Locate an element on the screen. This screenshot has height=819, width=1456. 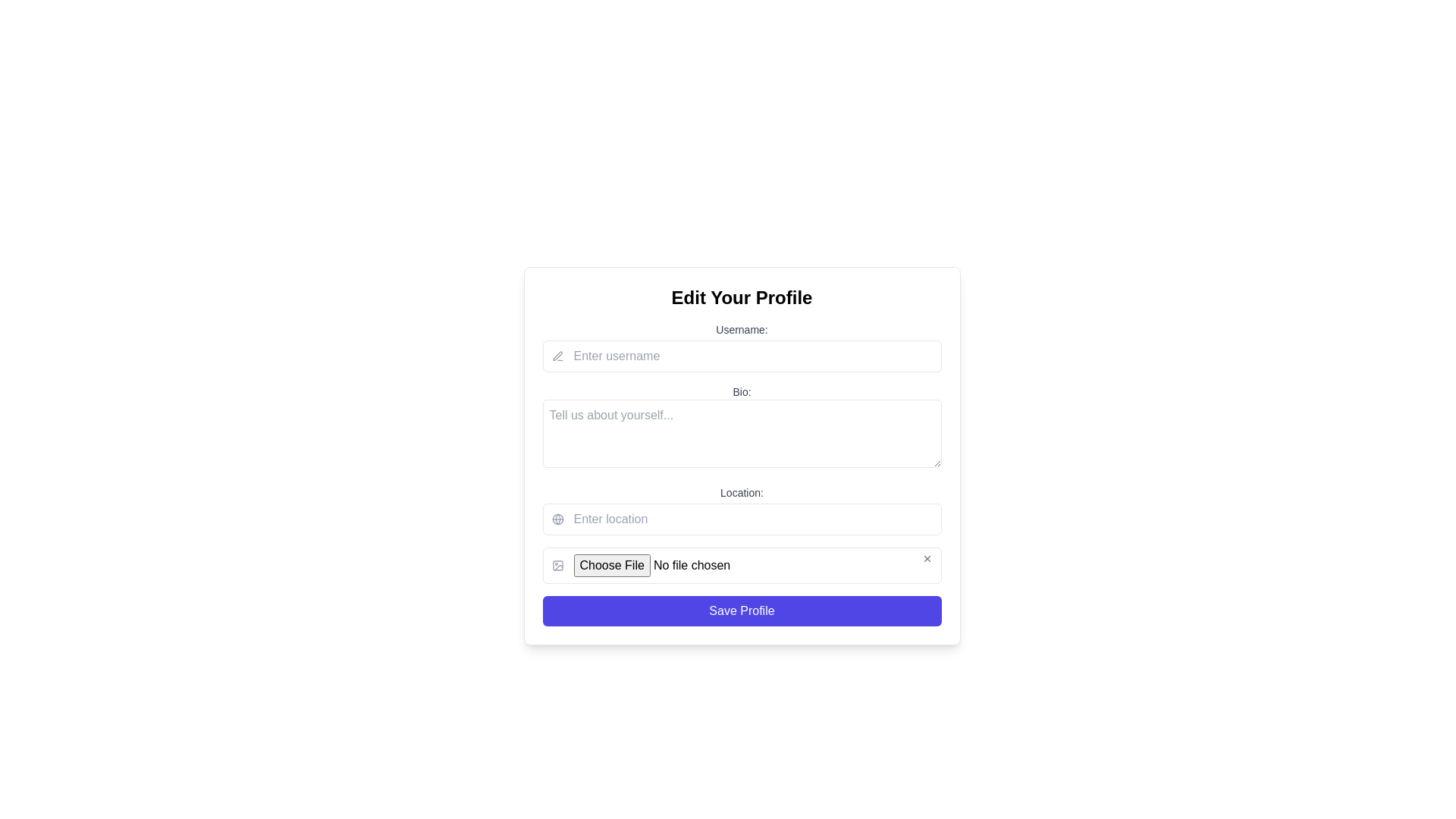
the decorative graphic element that indicates the 'Enter location' field, which is located within the globe icon to the left of the text input field is located at coordinates (557, 519).